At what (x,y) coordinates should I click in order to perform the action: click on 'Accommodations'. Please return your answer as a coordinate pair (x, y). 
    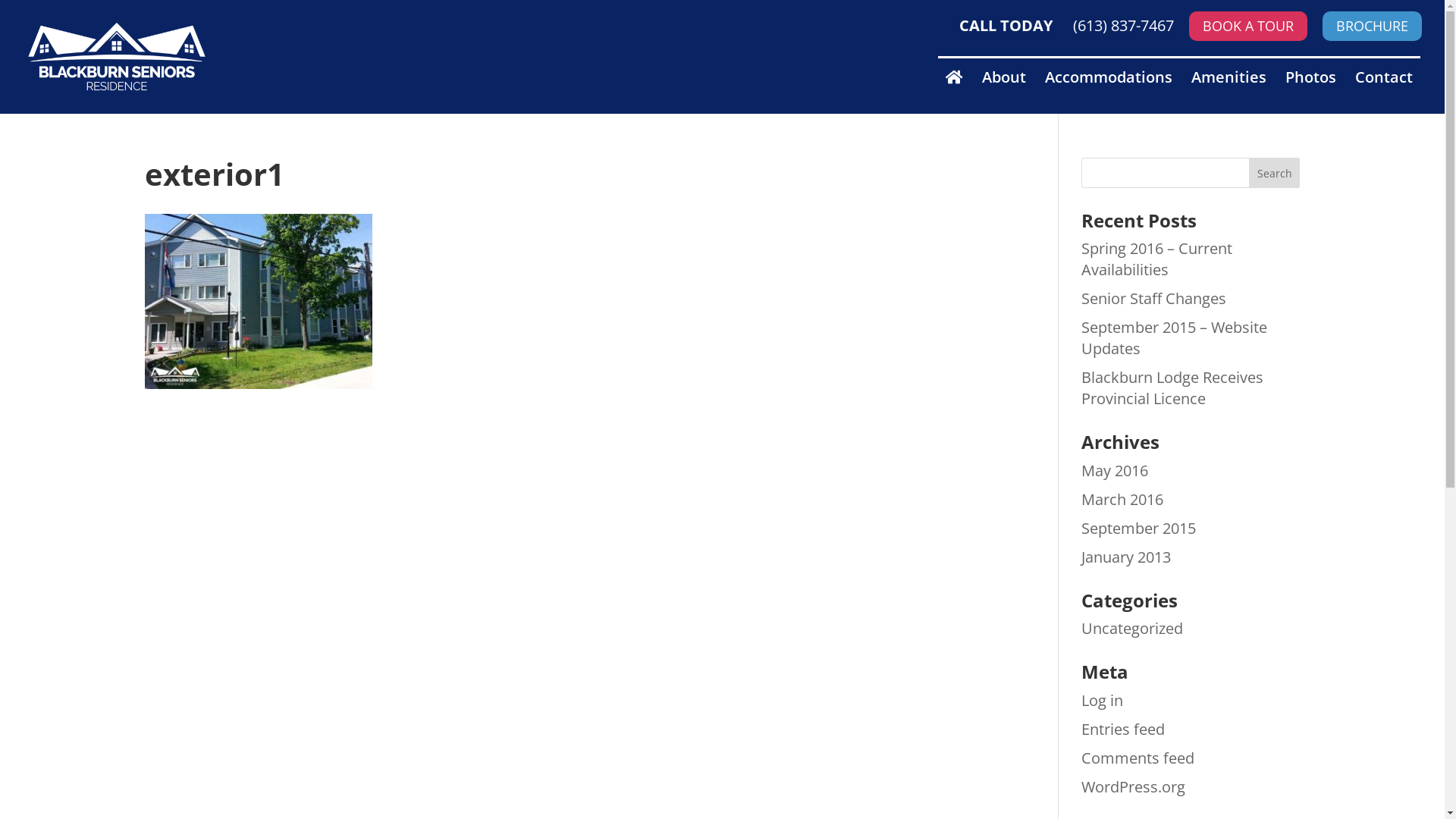
    Looking at the image, I should click on (1109, 91).